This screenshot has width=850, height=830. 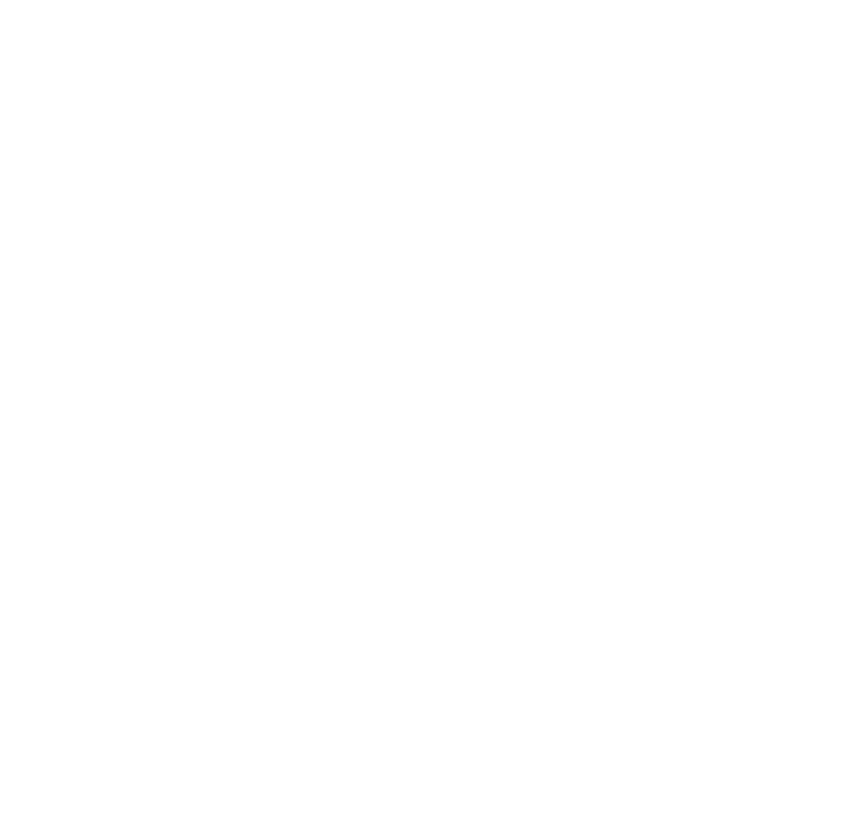 I want to click on 'Centrifuge/rotor compatible with 96-well plates', so click(x=494, y=334).